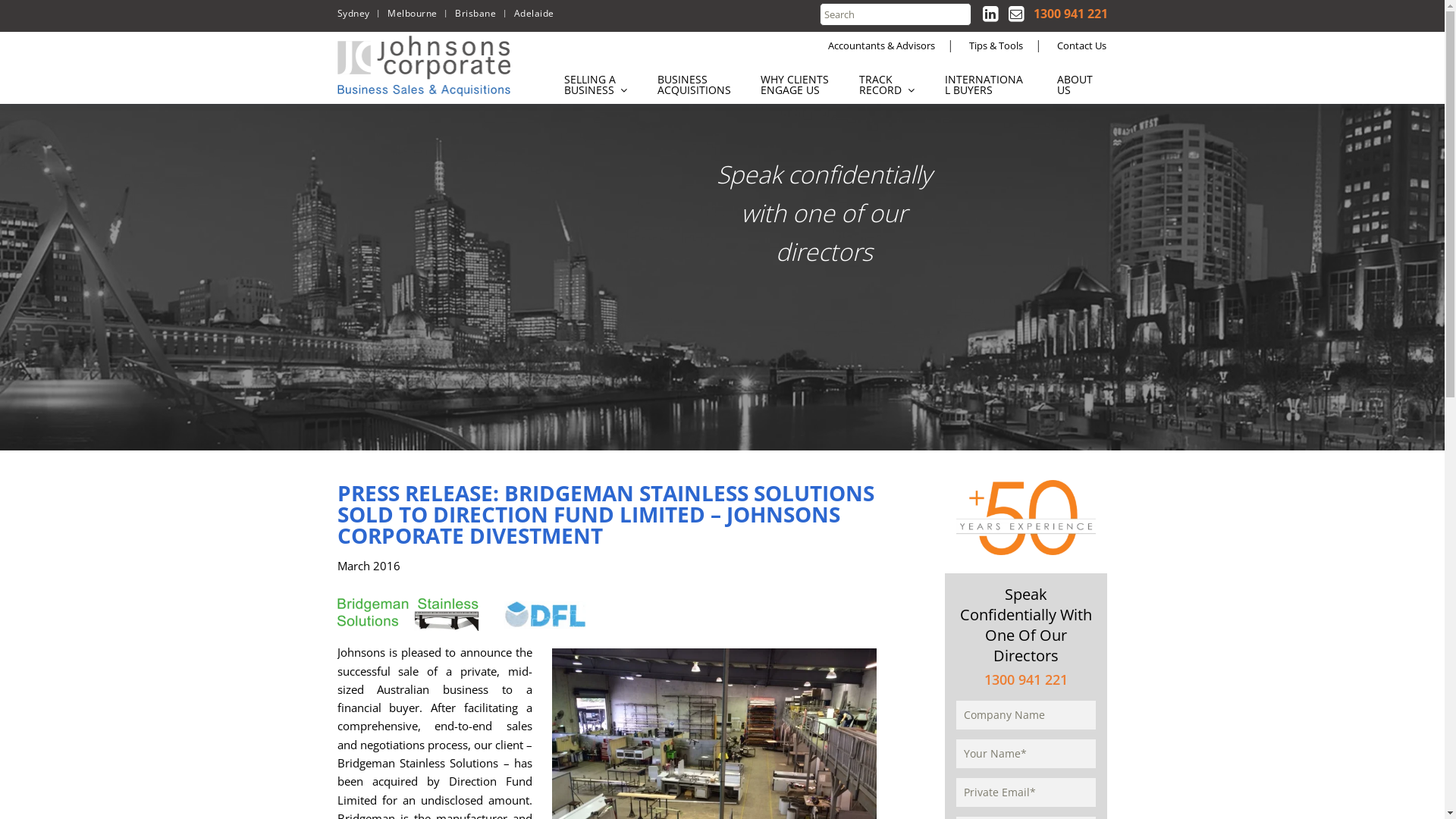  Describe the element at coordinates (1069, 14) in the screenshot. I see `'1300 941 221'` at that location.